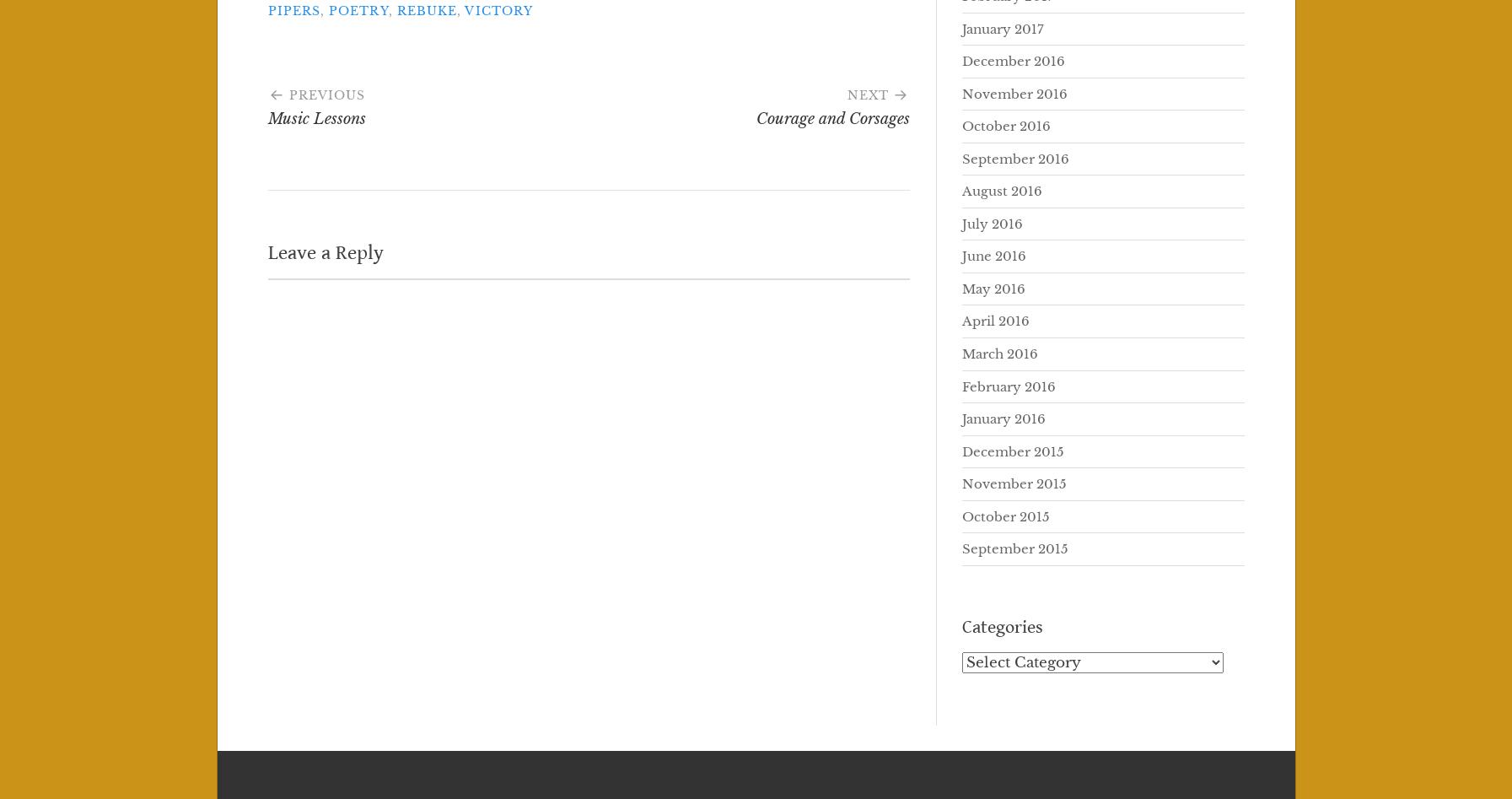 The width and height of the screenshot is (1512, 799). Describe the element at coordinates (1002, 28) in the screenshot. I see `'January 2017'` at that location.